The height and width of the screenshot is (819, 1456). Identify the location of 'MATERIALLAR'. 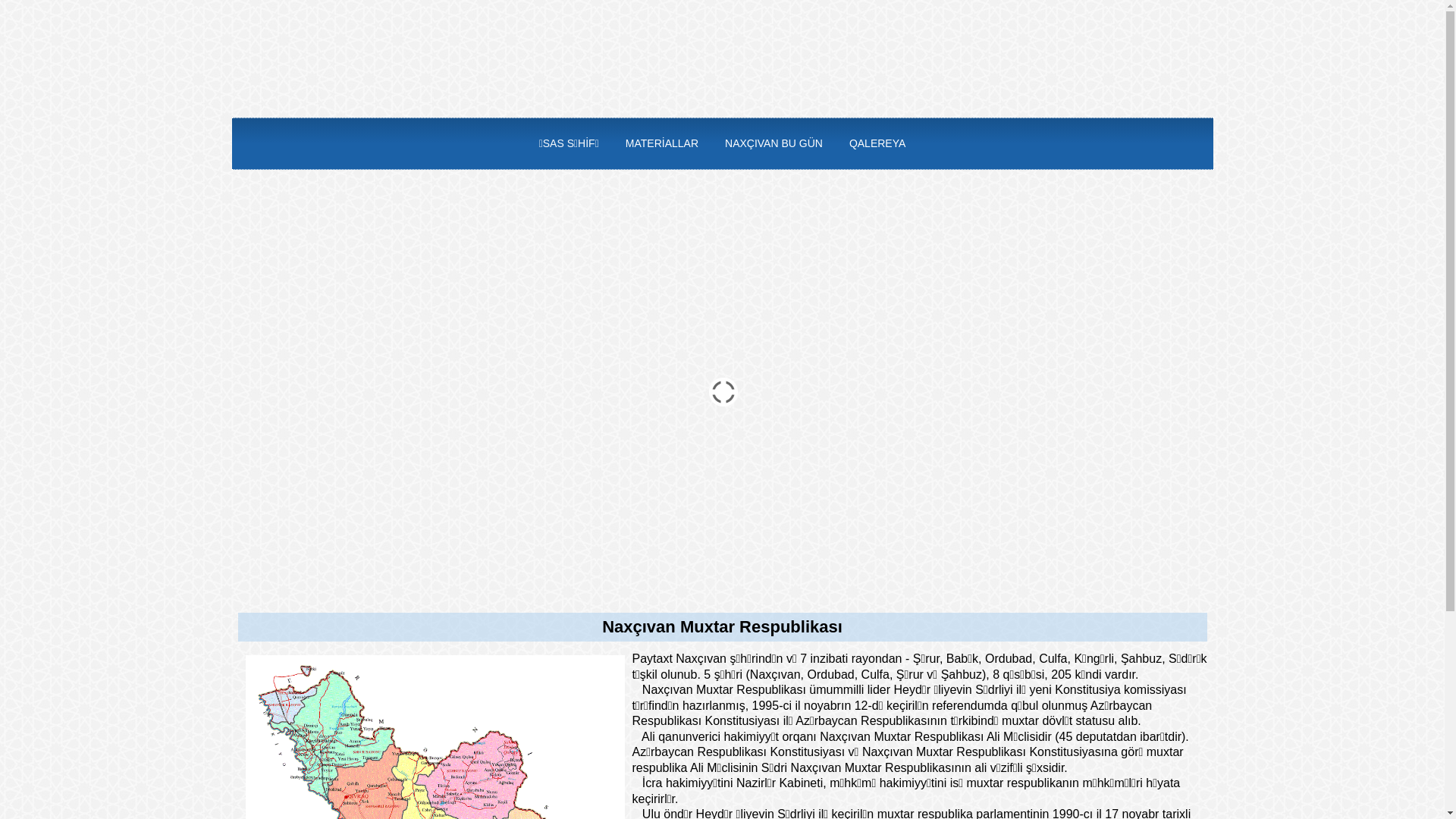
(612, 143).